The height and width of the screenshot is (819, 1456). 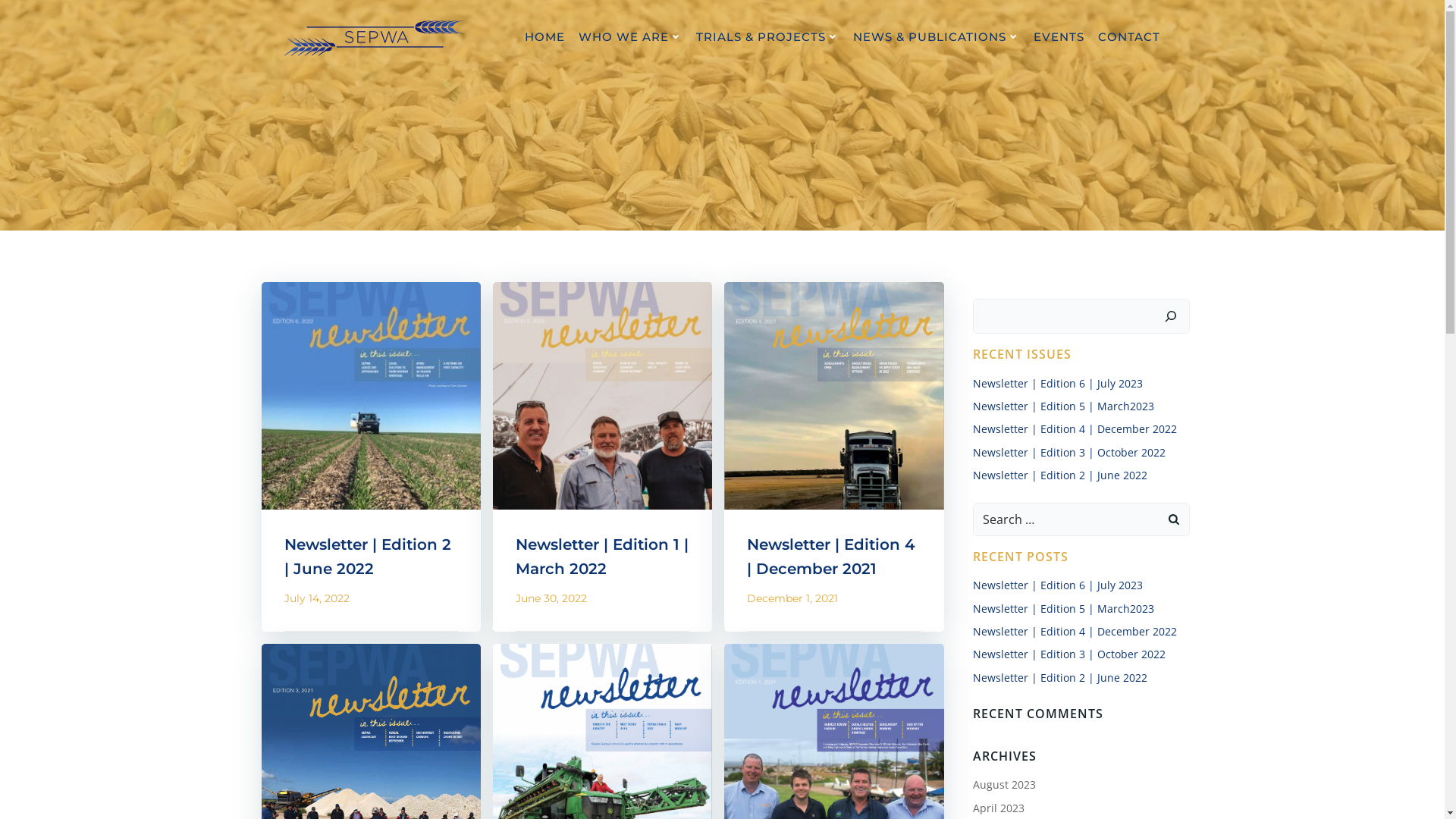 What do you see at coordinates (550, 598) in the screenshot?
I see `'June 30, 2022'` at bounding box center [550, 598].